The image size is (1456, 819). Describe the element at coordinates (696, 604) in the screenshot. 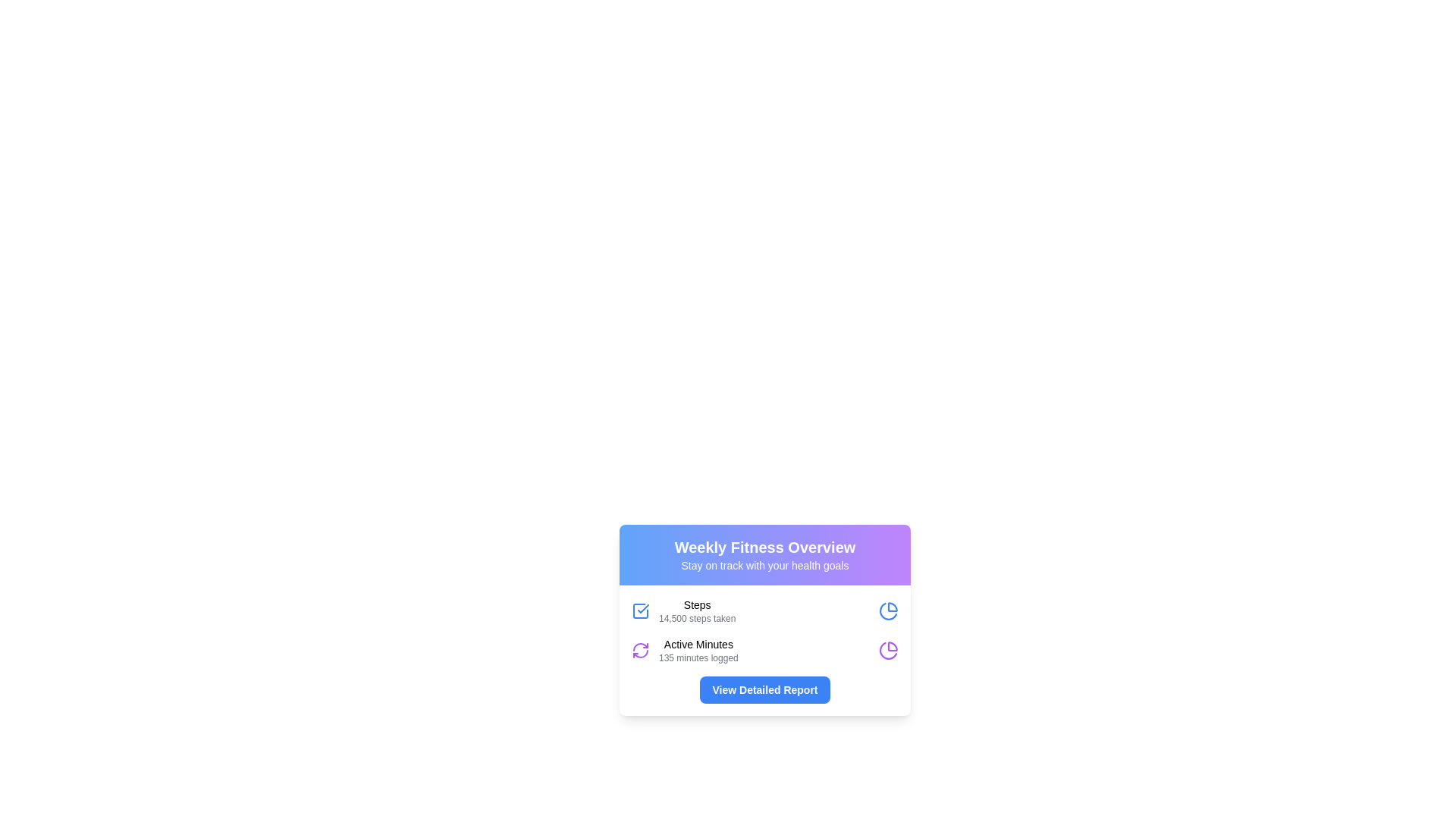

I see `the static text label reading 'Steps' which is positioned at the top of the health statistics card within the 'Weekly Fitness Overview'` at that location.